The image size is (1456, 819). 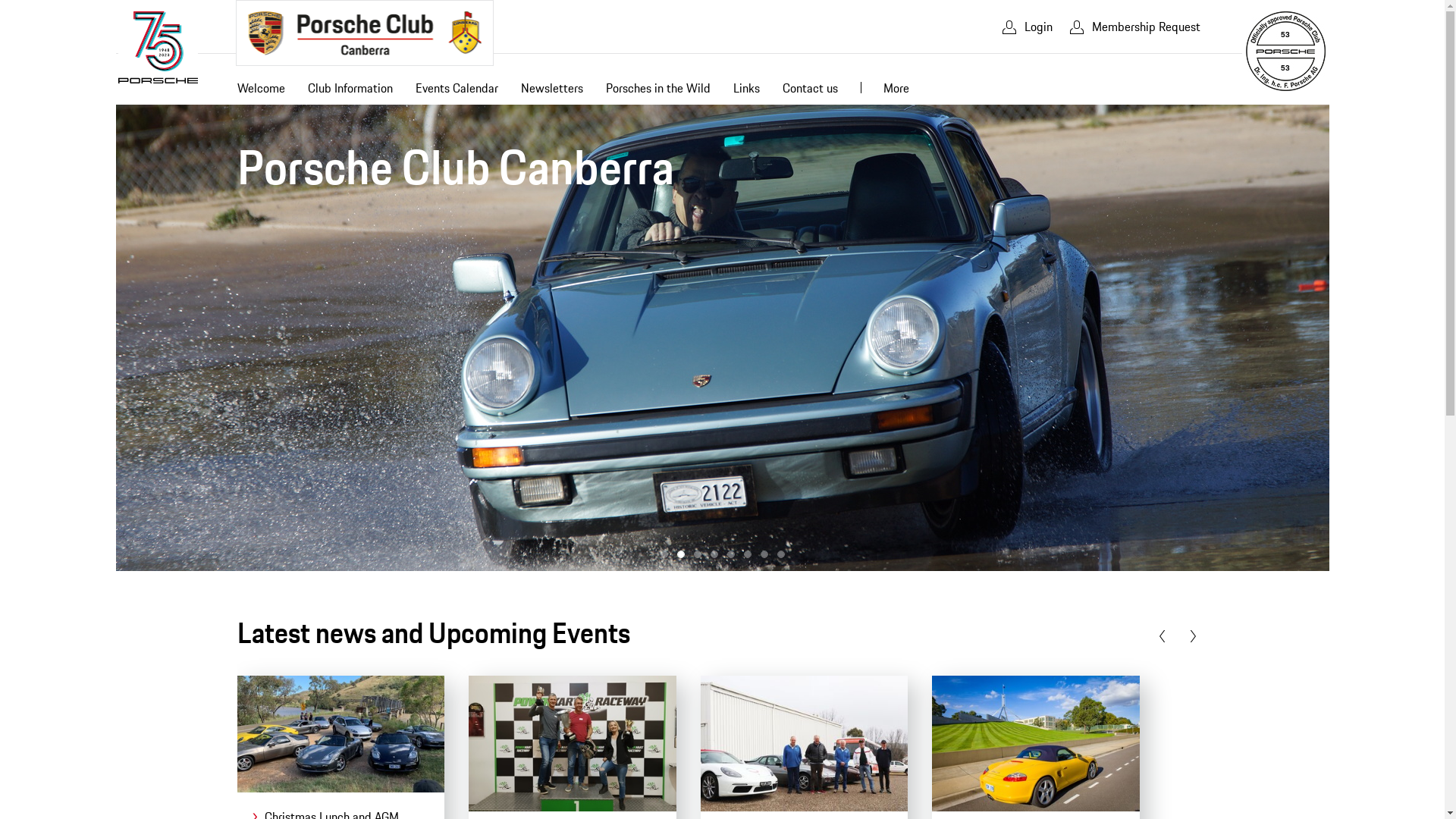 What do you see at coordinates (1244, 50) in the screenshot?
I see `'Officially approved Porsche Club 53'` at bounding box center [1244, 50].